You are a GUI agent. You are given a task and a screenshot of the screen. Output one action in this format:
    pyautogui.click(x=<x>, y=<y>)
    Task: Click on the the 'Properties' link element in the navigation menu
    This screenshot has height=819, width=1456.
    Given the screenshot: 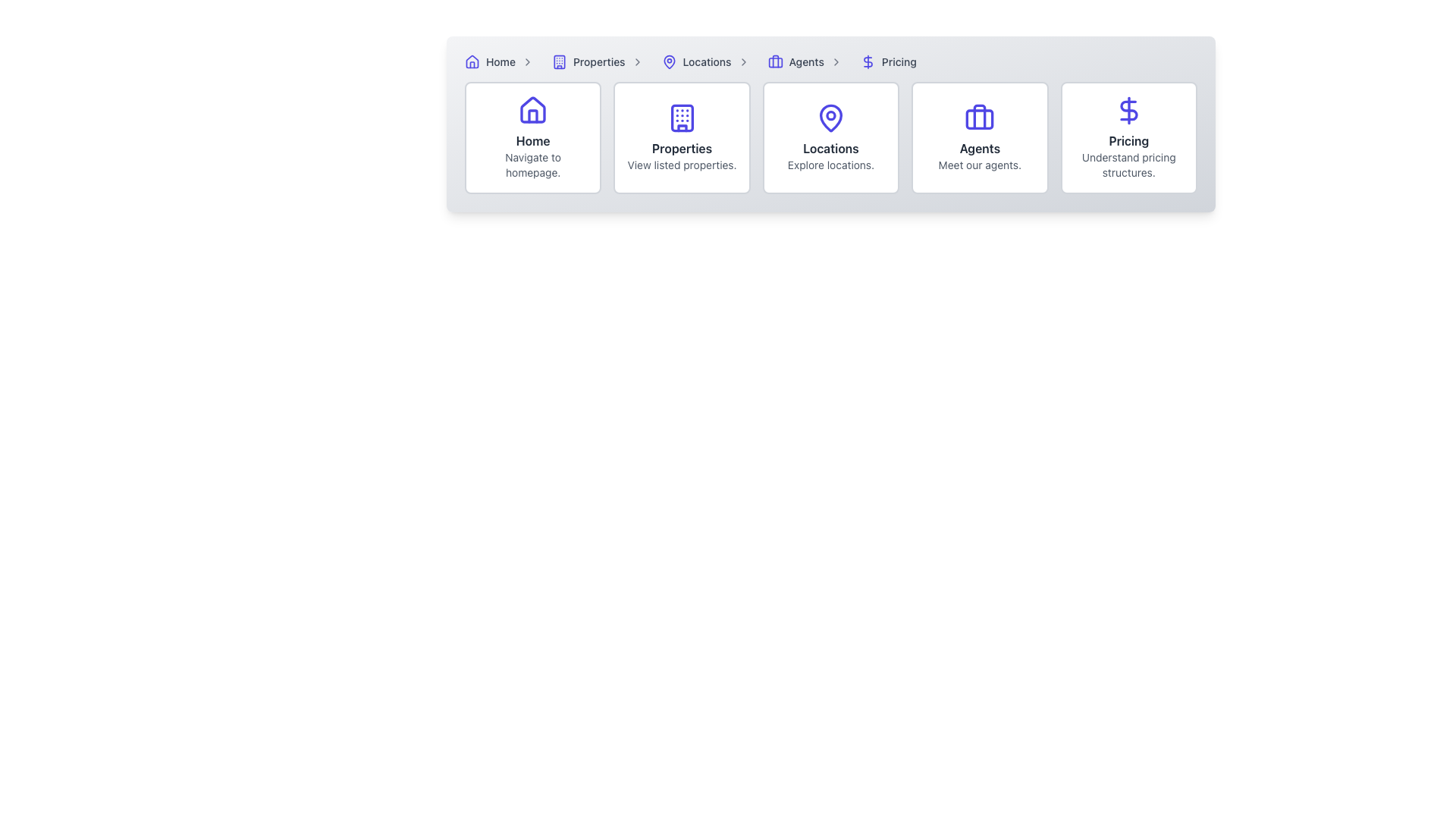 What is the action you would take?
    pyautogui.click(x=598, y=61)
    